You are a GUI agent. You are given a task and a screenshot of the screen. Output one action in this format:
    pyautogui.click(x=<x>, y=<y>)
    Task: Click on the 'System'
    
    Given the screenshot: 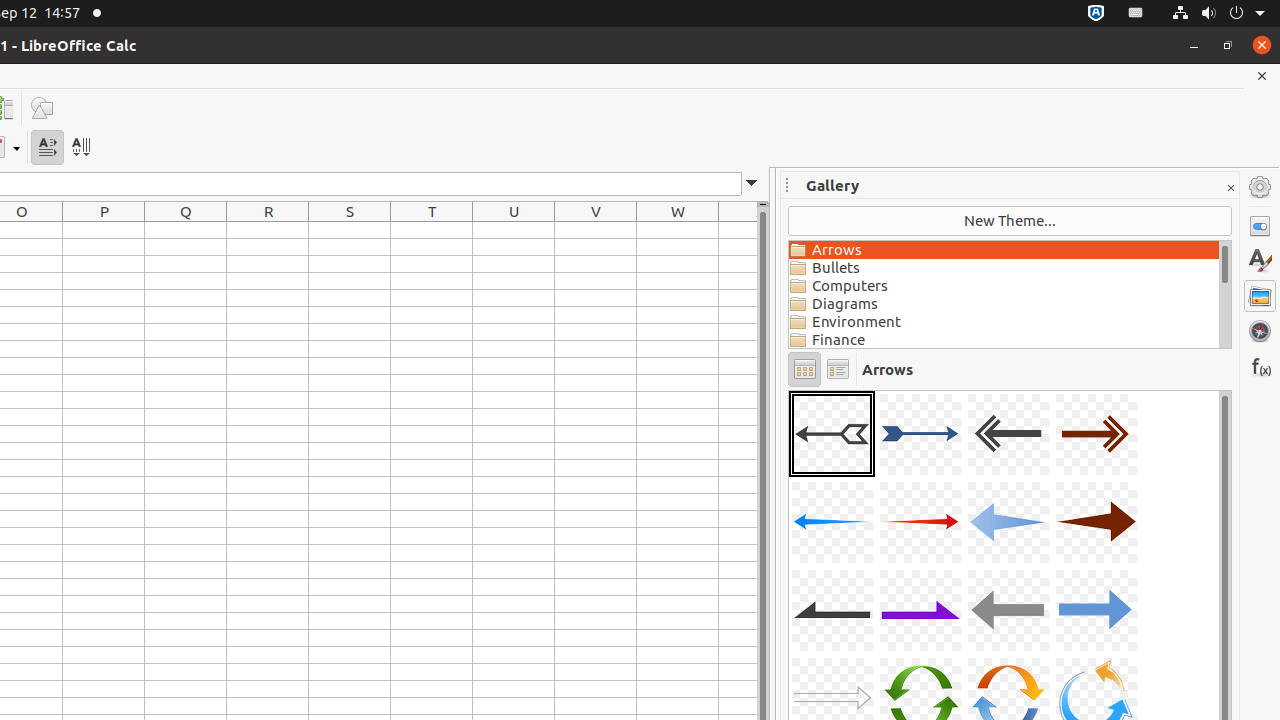 What is the action you would take?
    pyautogui.click(x=1217, y=13)
    